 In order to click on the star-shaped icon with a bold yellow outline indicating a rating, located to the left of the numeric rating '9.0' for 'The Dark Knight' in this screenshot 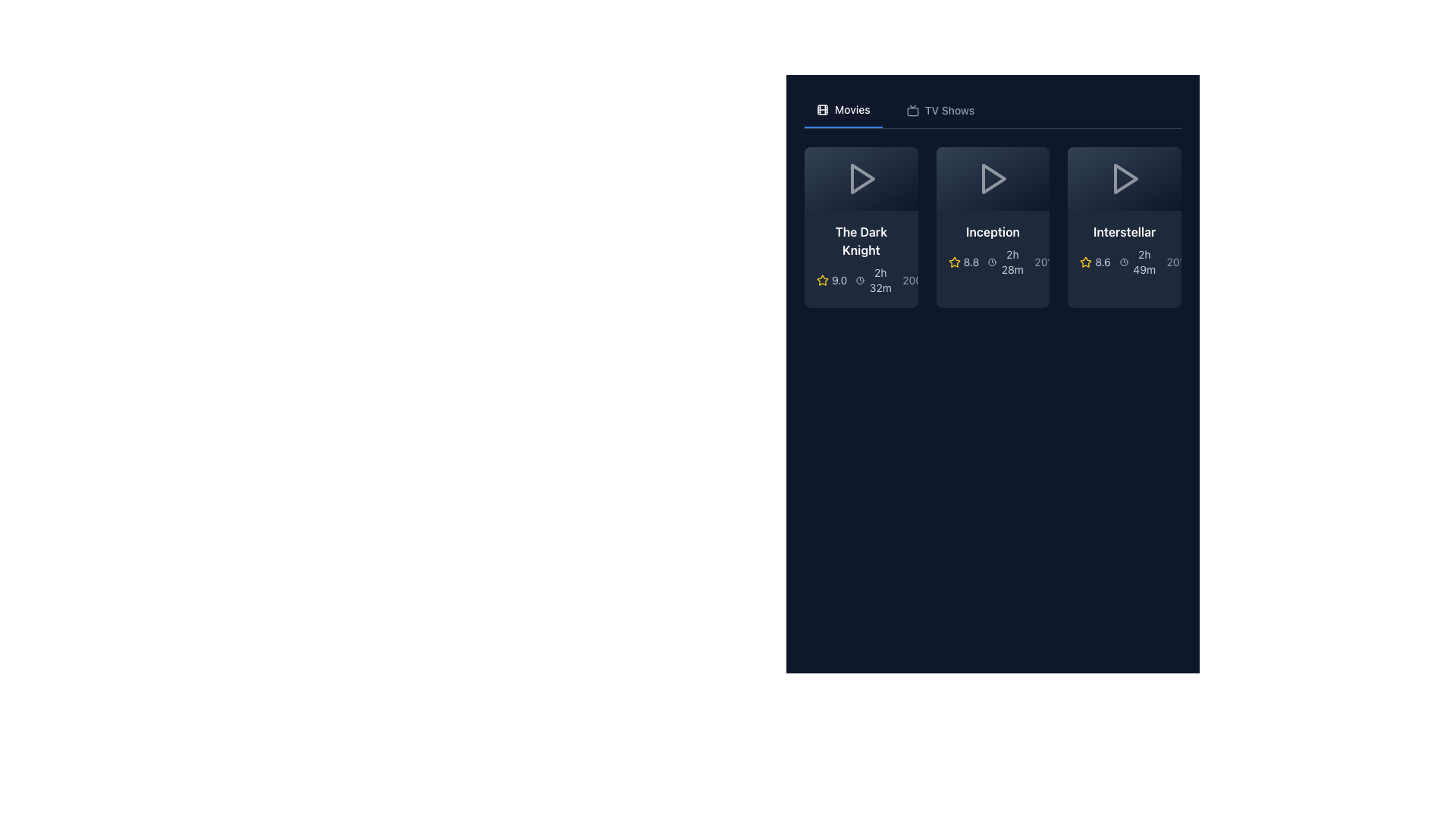, I will do `click(821, 281)`.